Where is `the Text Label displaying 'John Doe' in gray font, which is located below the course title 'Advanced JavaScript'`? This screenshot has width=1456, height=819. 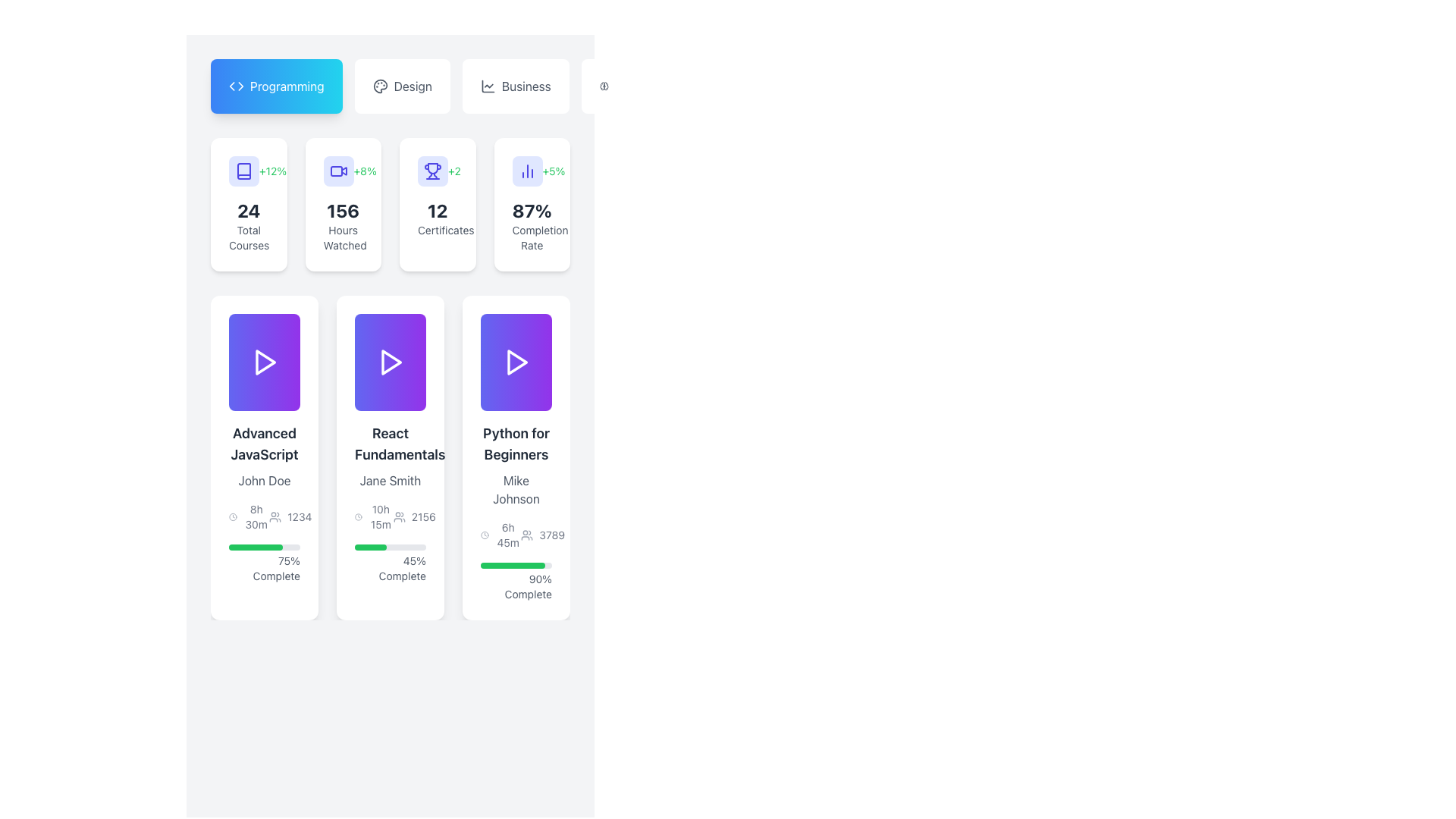 the Text Label displaying 'John Doe' in gray font, which is located below the course title 'Advanced JavaScript' is located at coordinates (265, 480).